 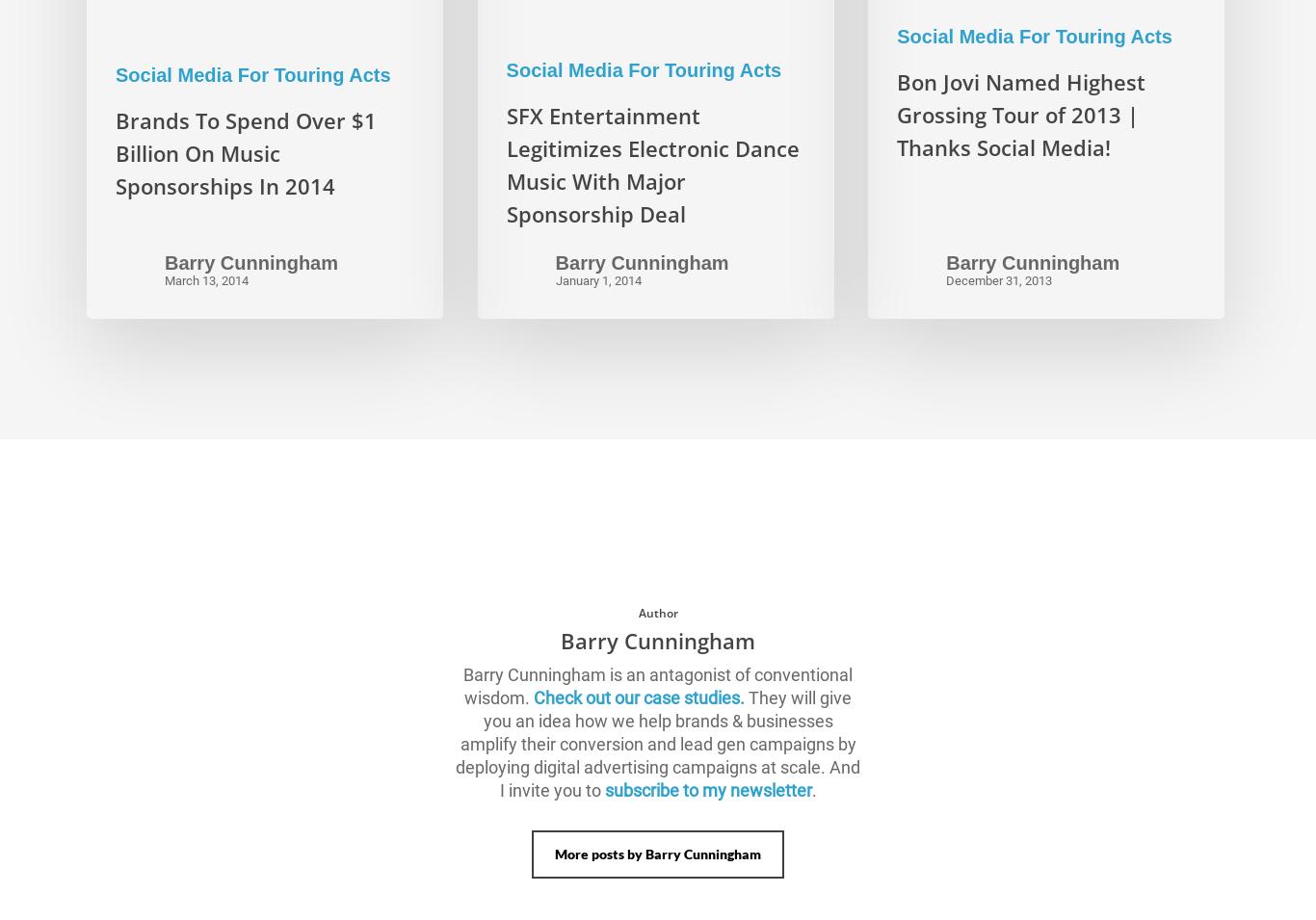 I want to click on 'SFX Entertainment Legitimizes Electronic Dance Music With Major Sponsorship Deal', so click(x=650, y=163).